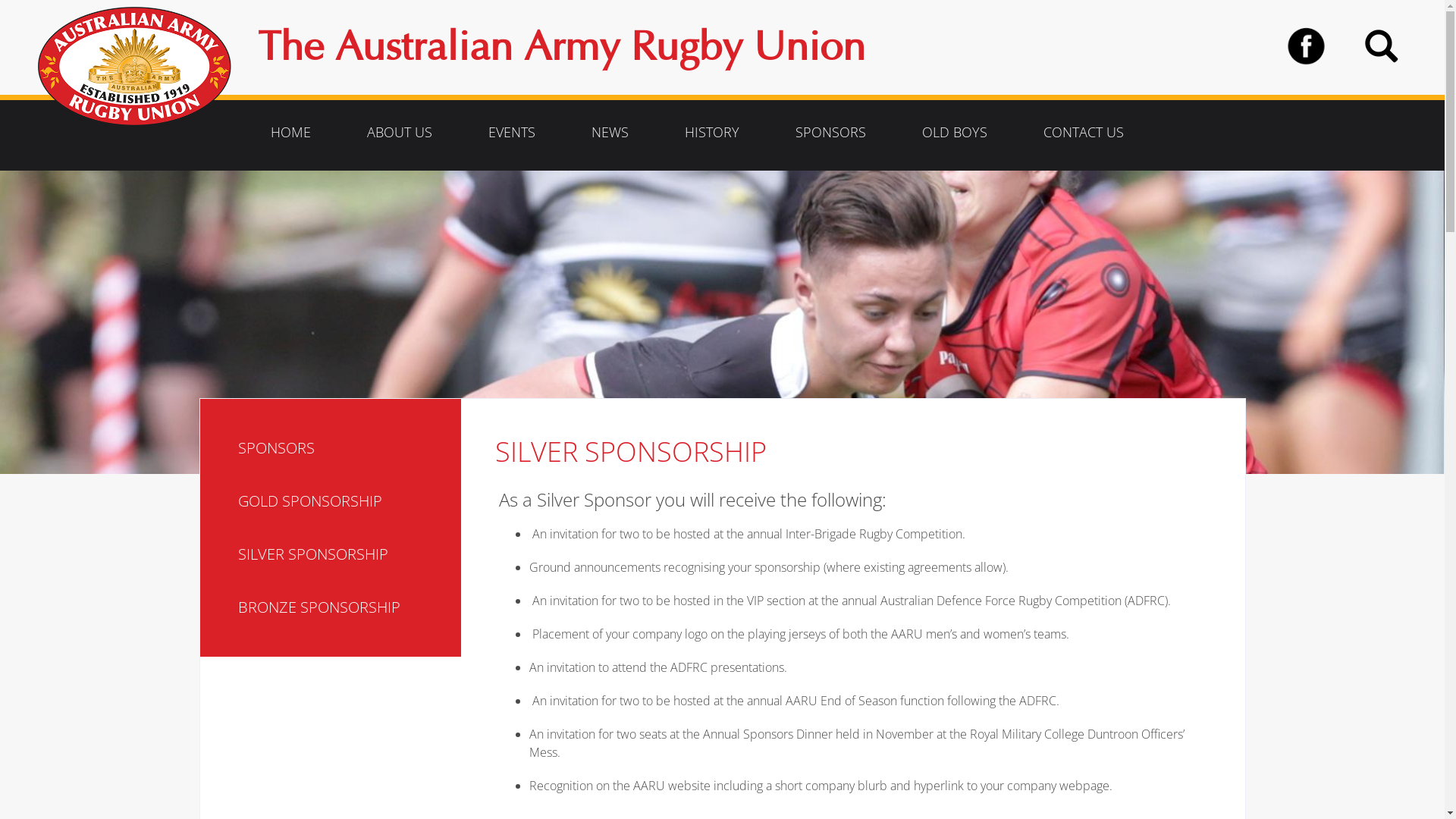  I want to click on 'SPONSORS', so click(344, 447).